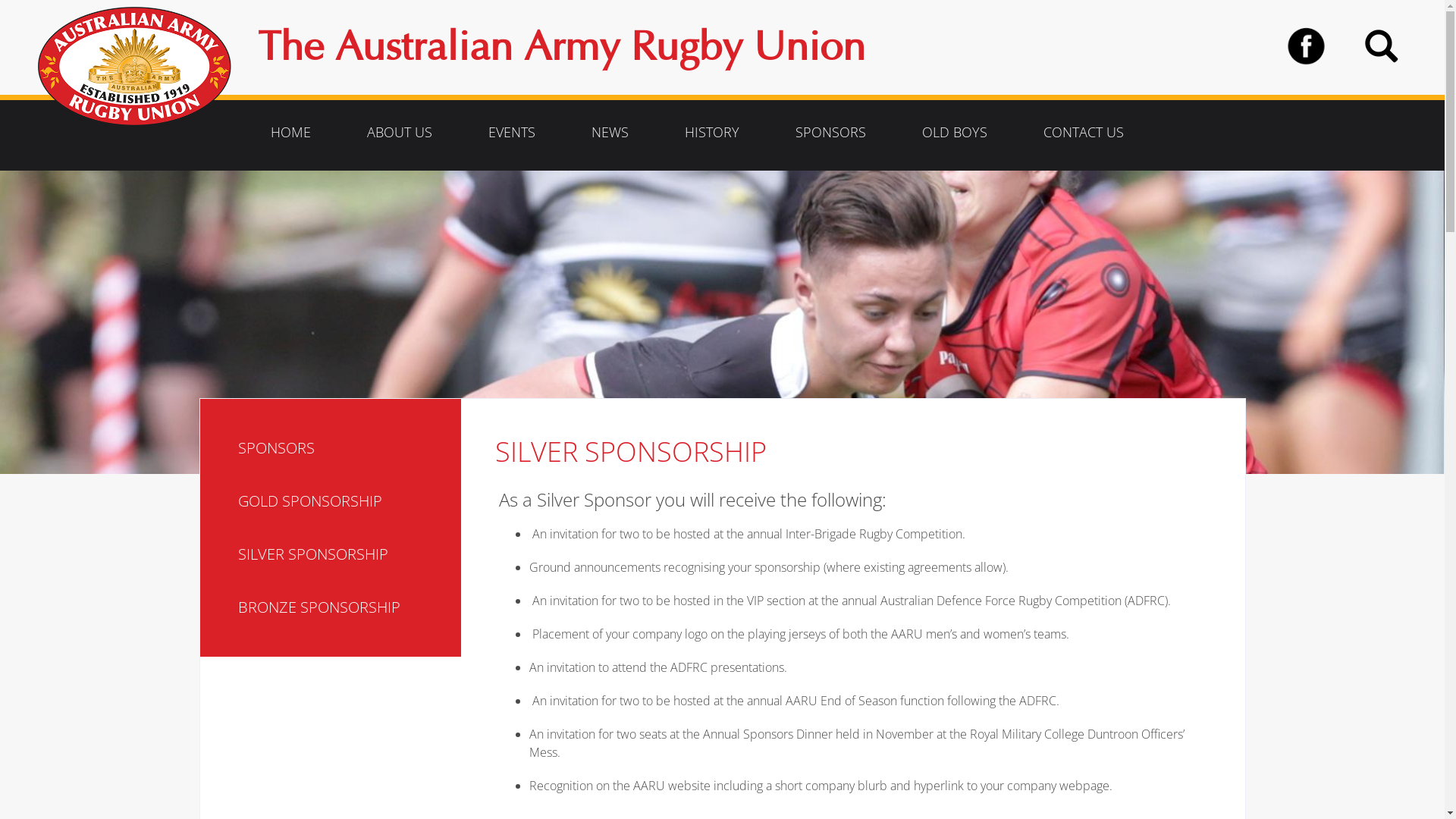  I want to click on 'SPONSORS', so click(344, 447).